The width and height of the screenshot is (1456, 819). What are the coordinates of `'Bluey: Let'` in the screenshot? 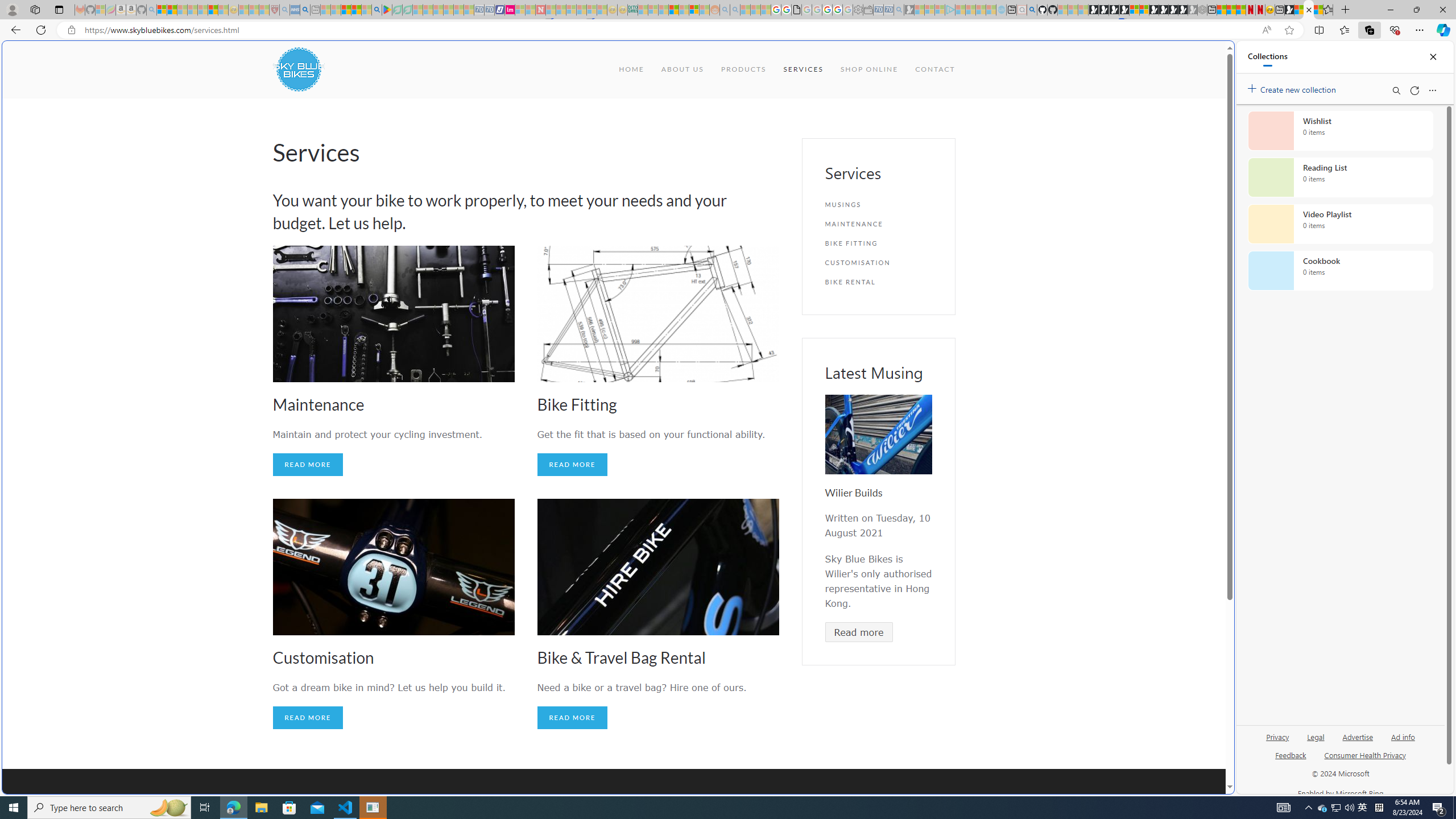 It's located at (387, 9).